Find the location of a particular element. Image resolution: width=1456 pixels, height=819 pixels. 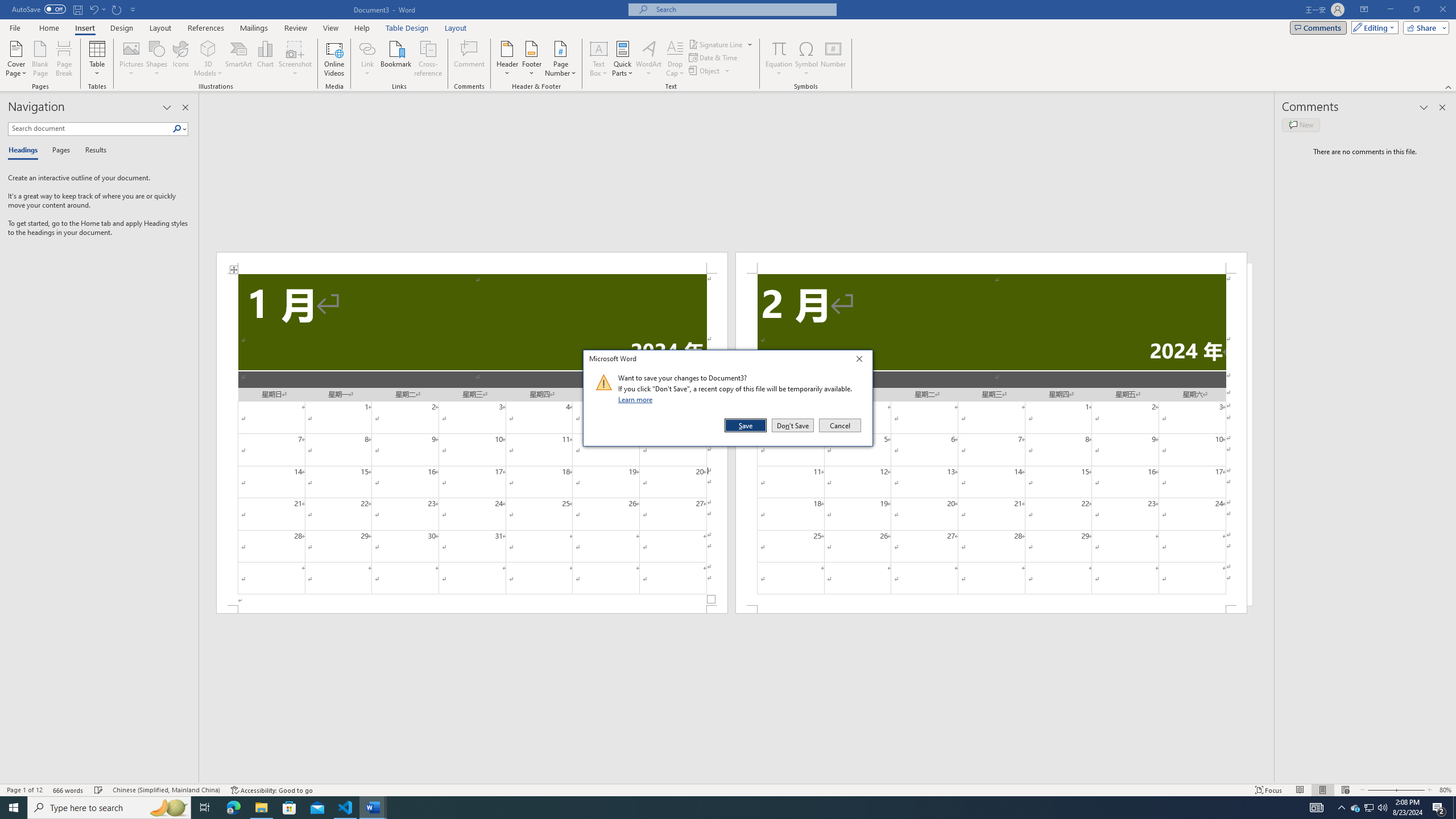

'Number...' is located at coordinates (833, 59).